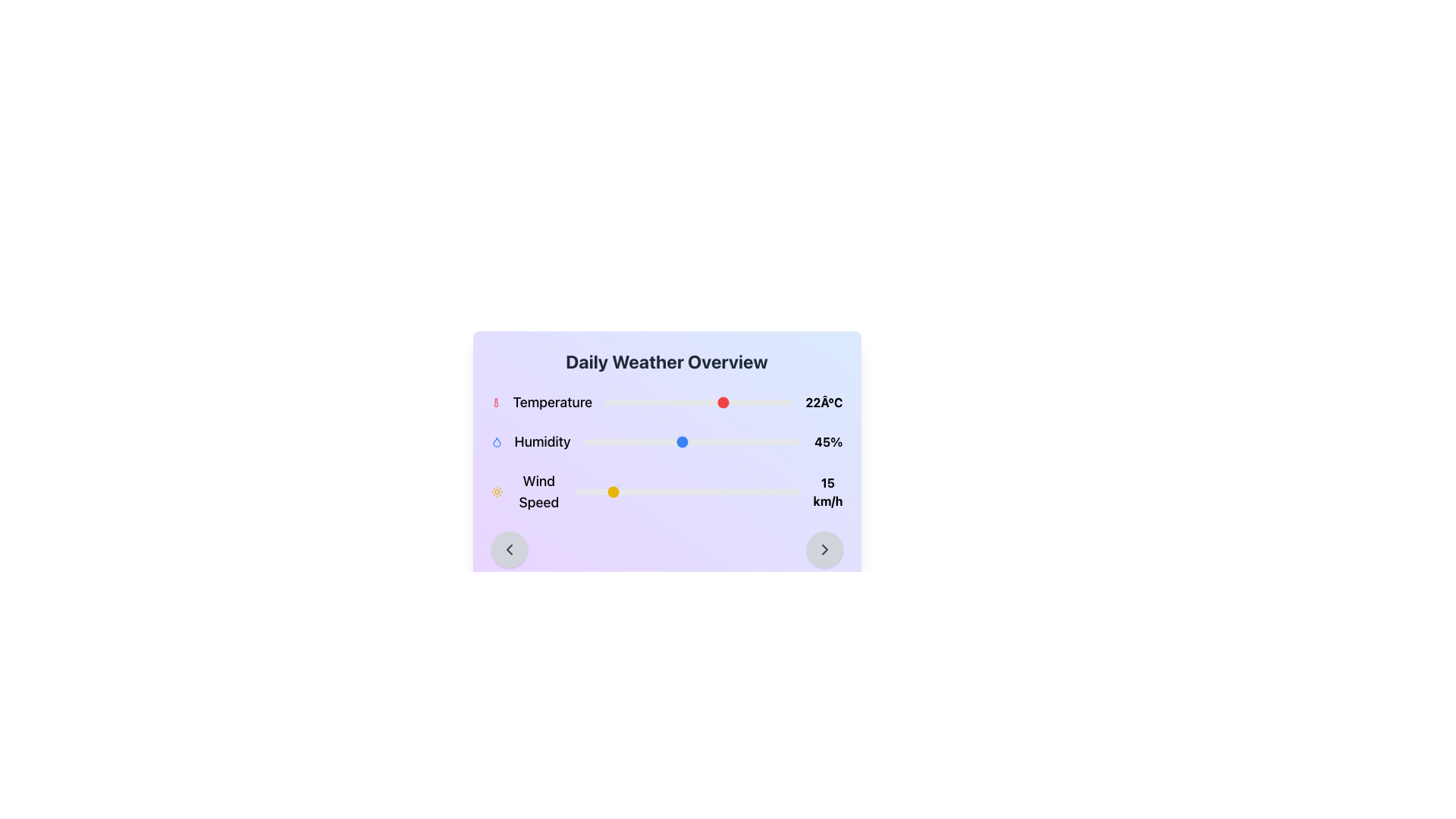  I want to click on the temperature icon in the weather widget, which is the first icon in a vertical list representing temperature, humidity, and wind speed, so click(495, 402).